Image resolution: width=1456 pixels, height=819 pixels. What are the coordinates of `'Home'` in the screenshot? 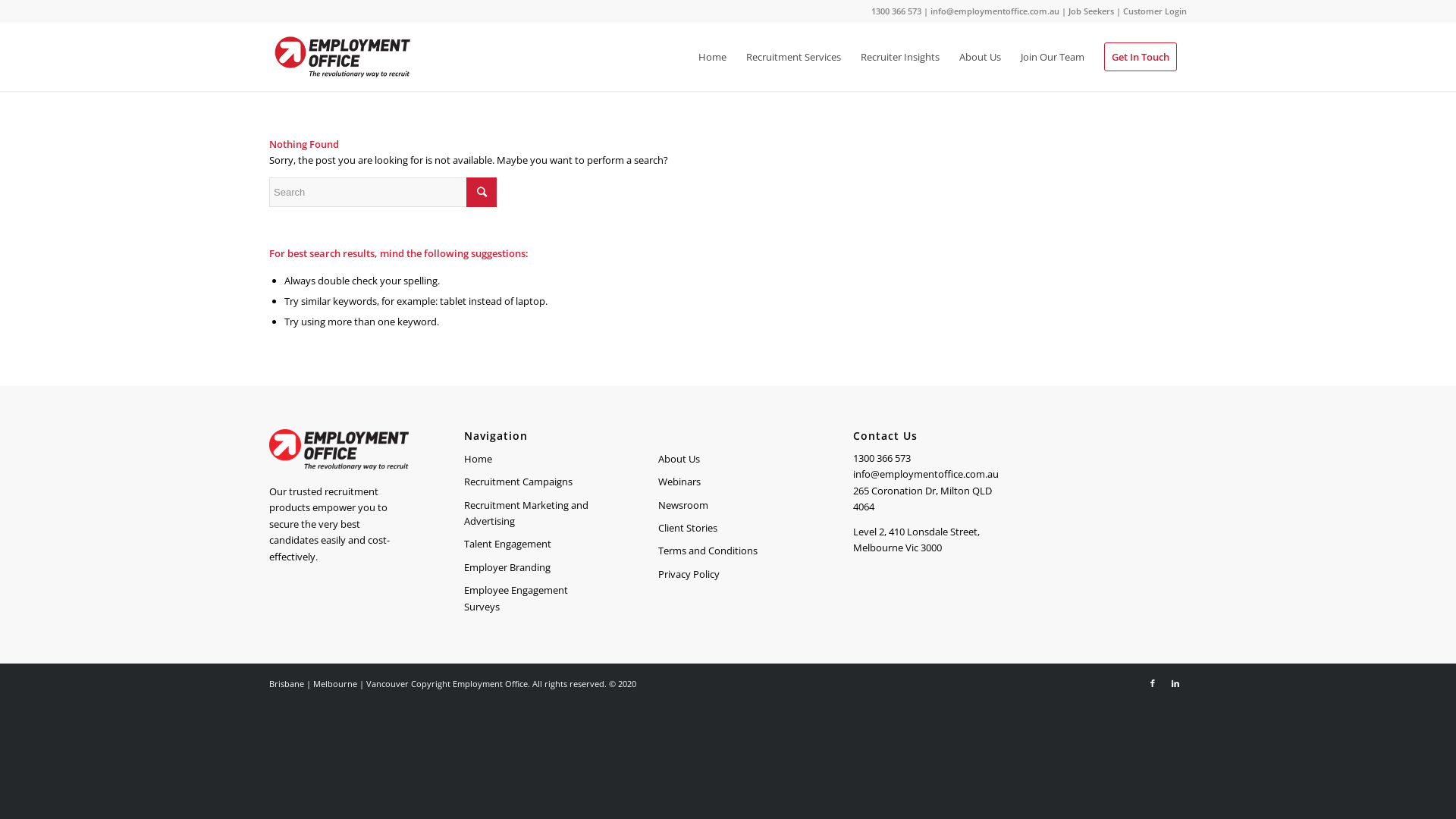 It's located at (711, 55).